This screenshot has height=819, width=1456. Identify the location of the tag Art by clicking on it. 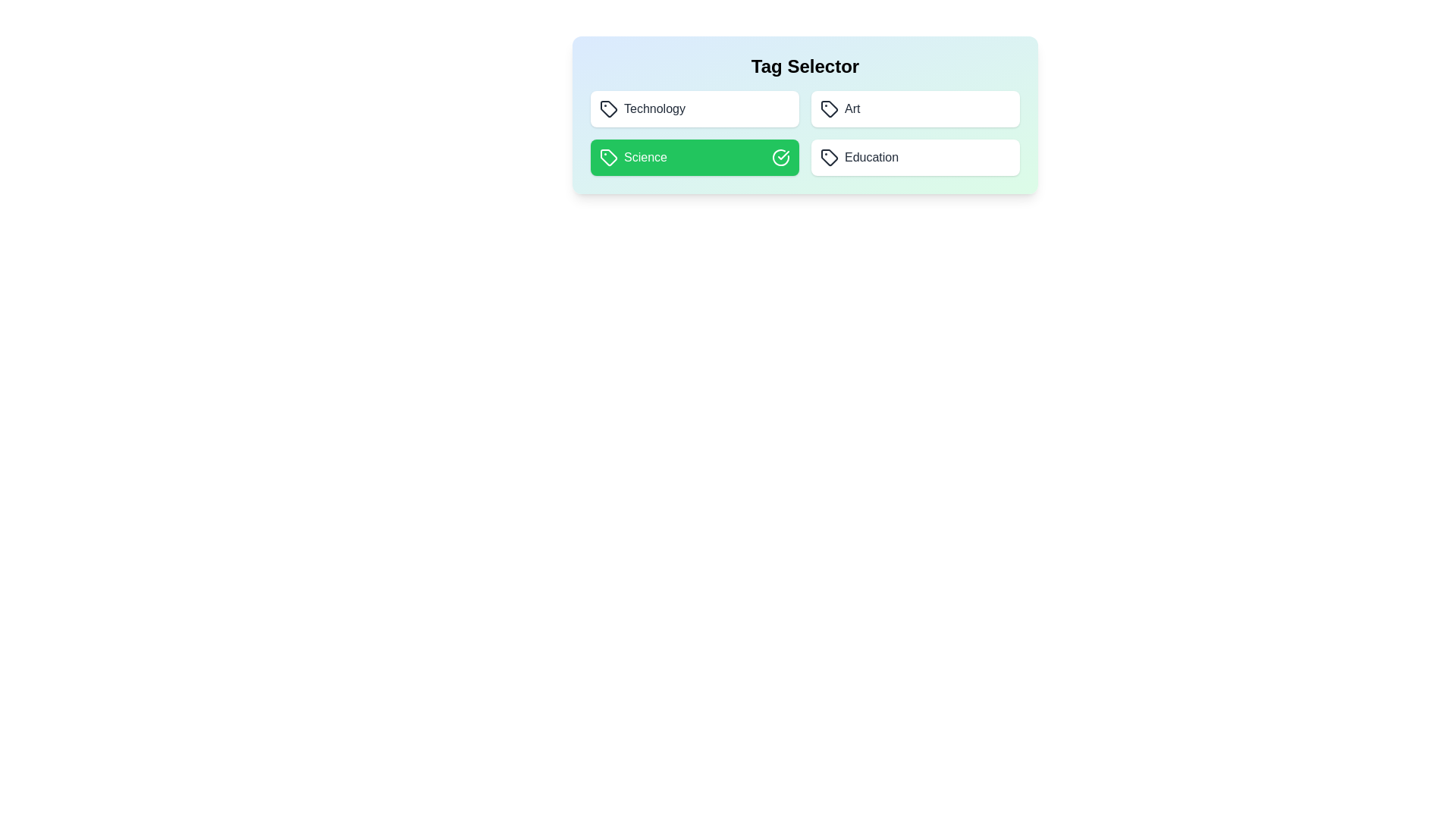
(915, 108).